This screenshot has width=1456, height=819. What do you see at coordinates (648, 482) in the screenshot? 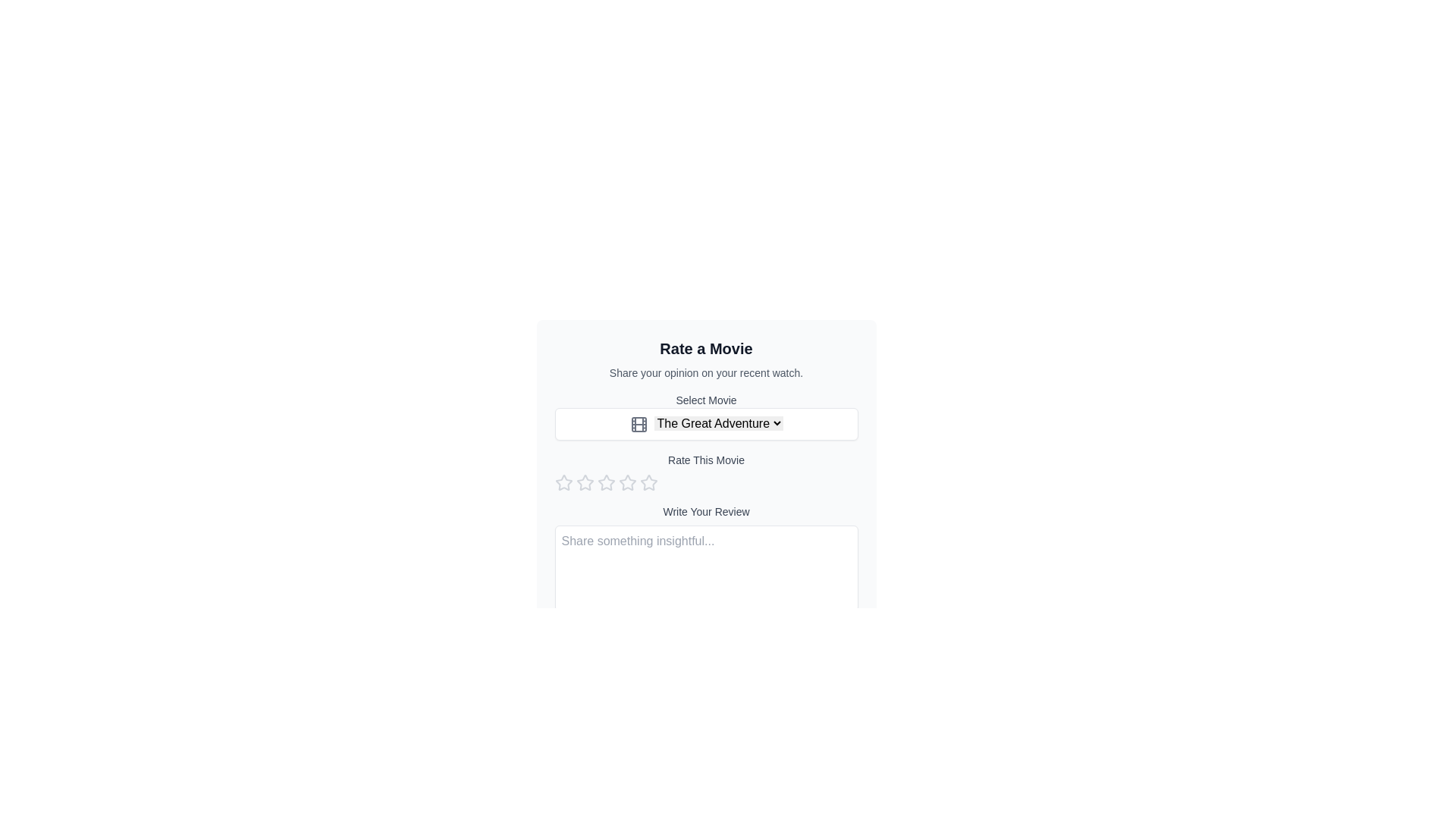
I see `the fourth unselected rating star icon in the 'Rate This Movie' section` at bounding box center [648, 482].